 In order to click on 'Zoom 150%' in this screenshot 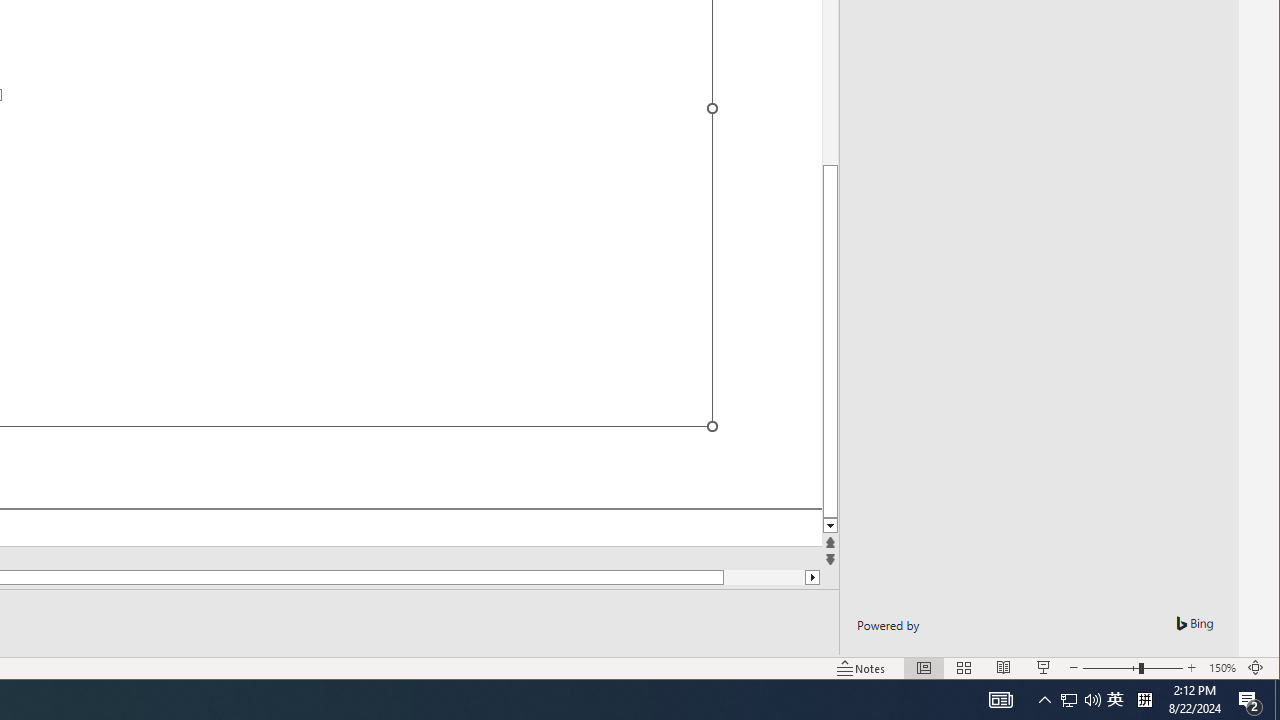, I will do `click(1221, 668)`.